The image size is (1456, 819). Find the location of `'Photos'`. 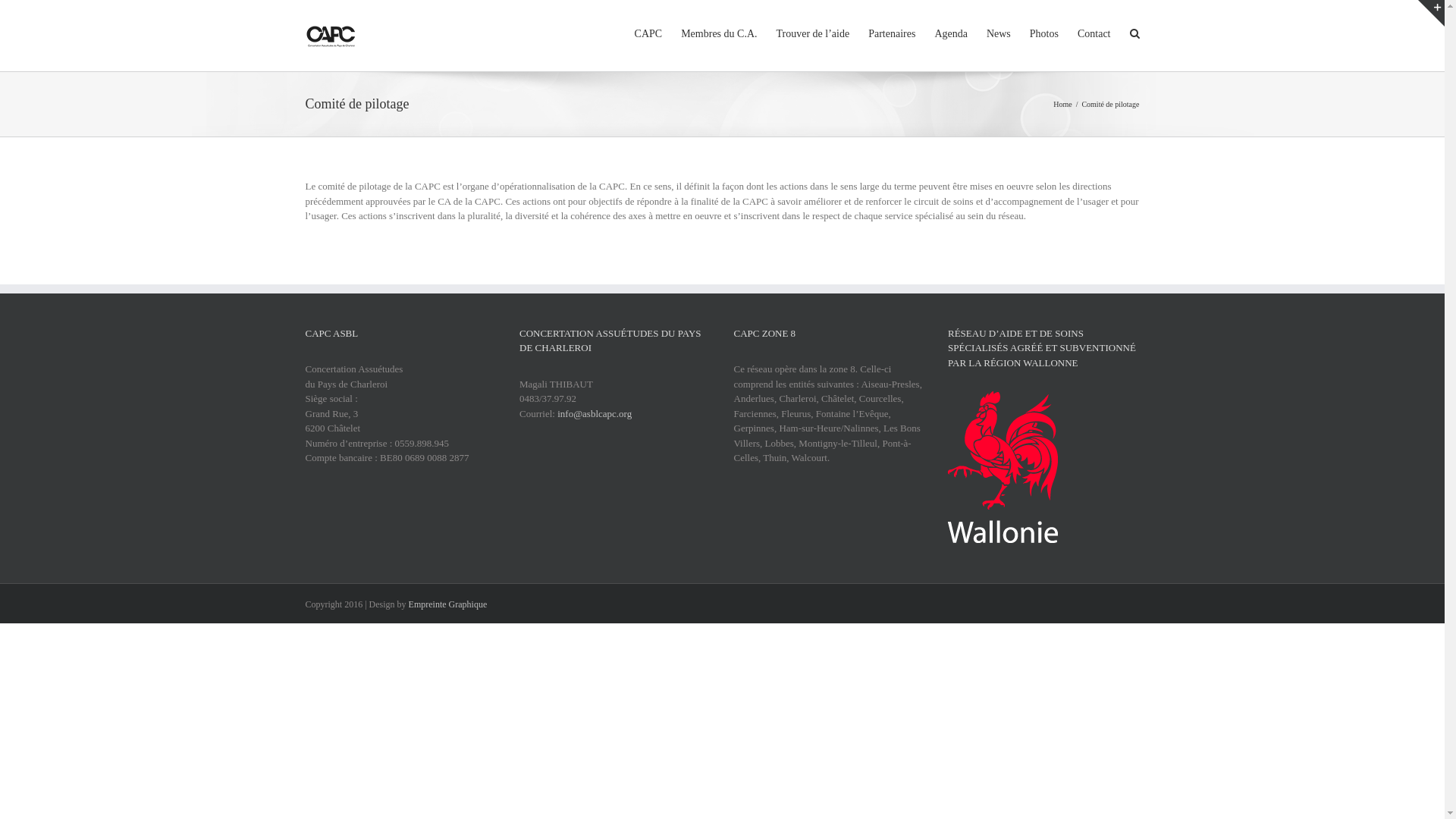

'Photos' is located at coordinates (1043, 32).